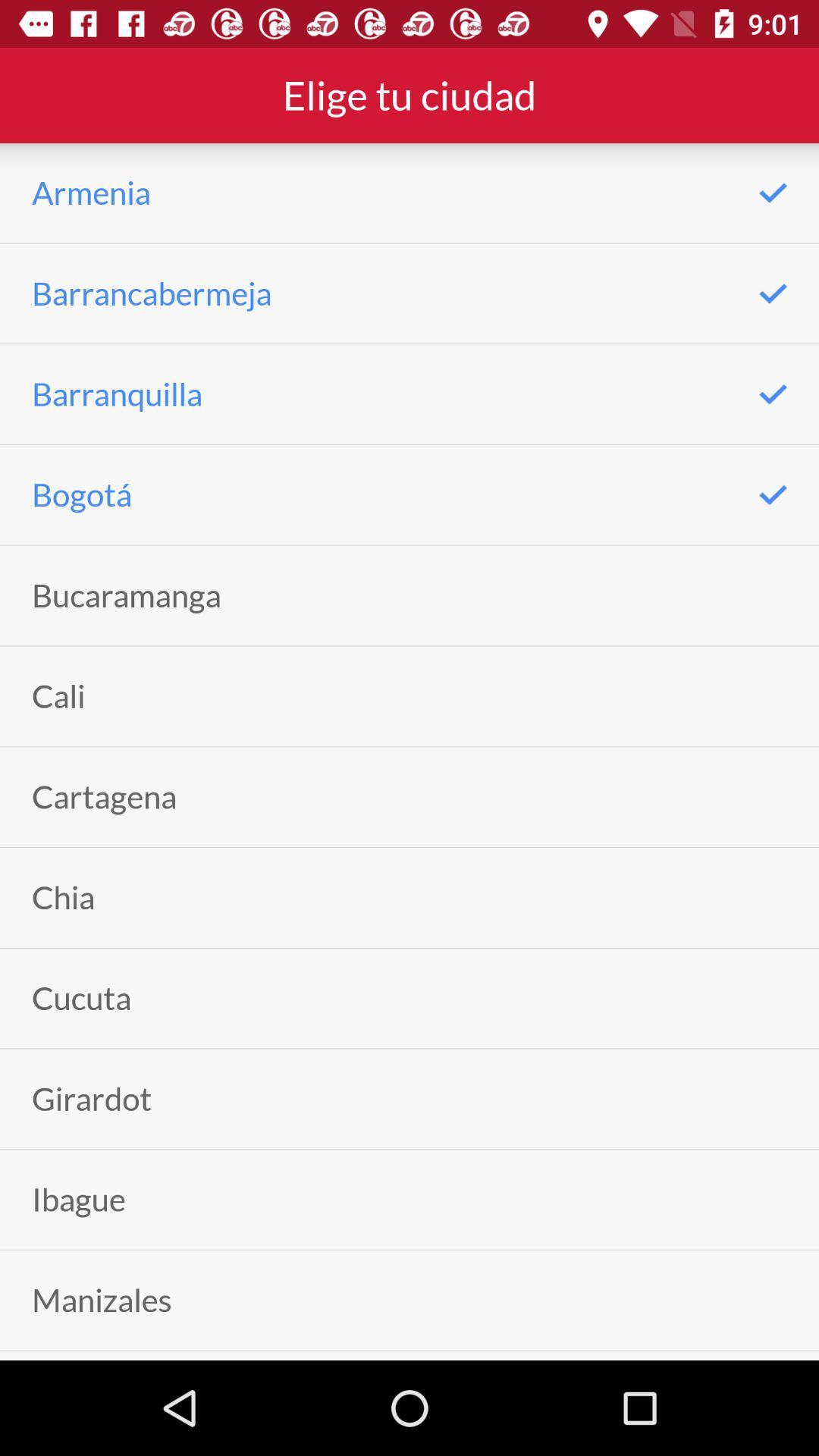  I want to click on manizales app, so click(102, 1299).